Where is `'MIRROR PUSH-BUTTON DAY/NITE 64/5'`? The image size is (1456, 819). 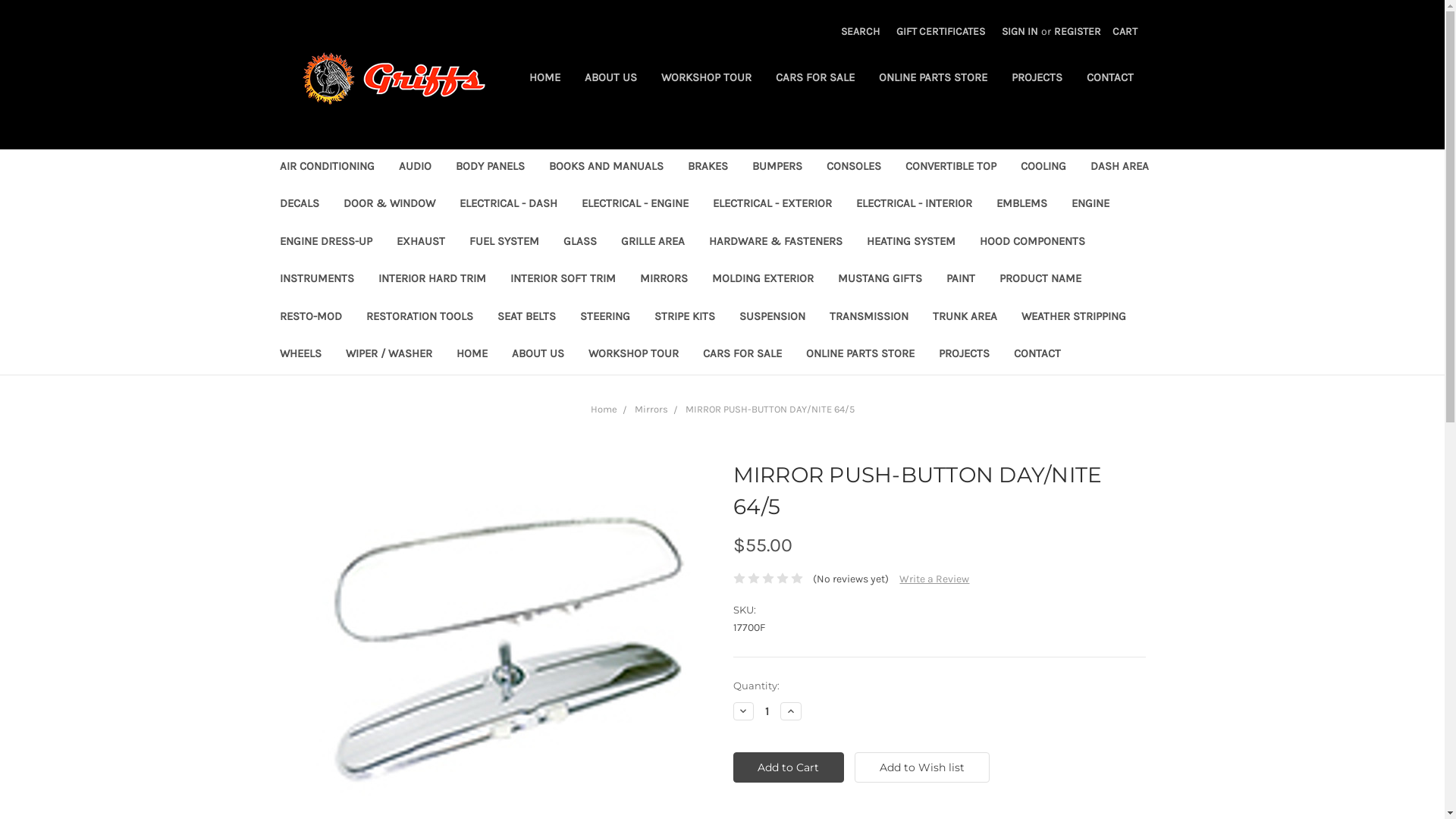 'MIRROR PUSH-BUTTON DAY/NITE 64/5' is located at coordinates (505, 632).